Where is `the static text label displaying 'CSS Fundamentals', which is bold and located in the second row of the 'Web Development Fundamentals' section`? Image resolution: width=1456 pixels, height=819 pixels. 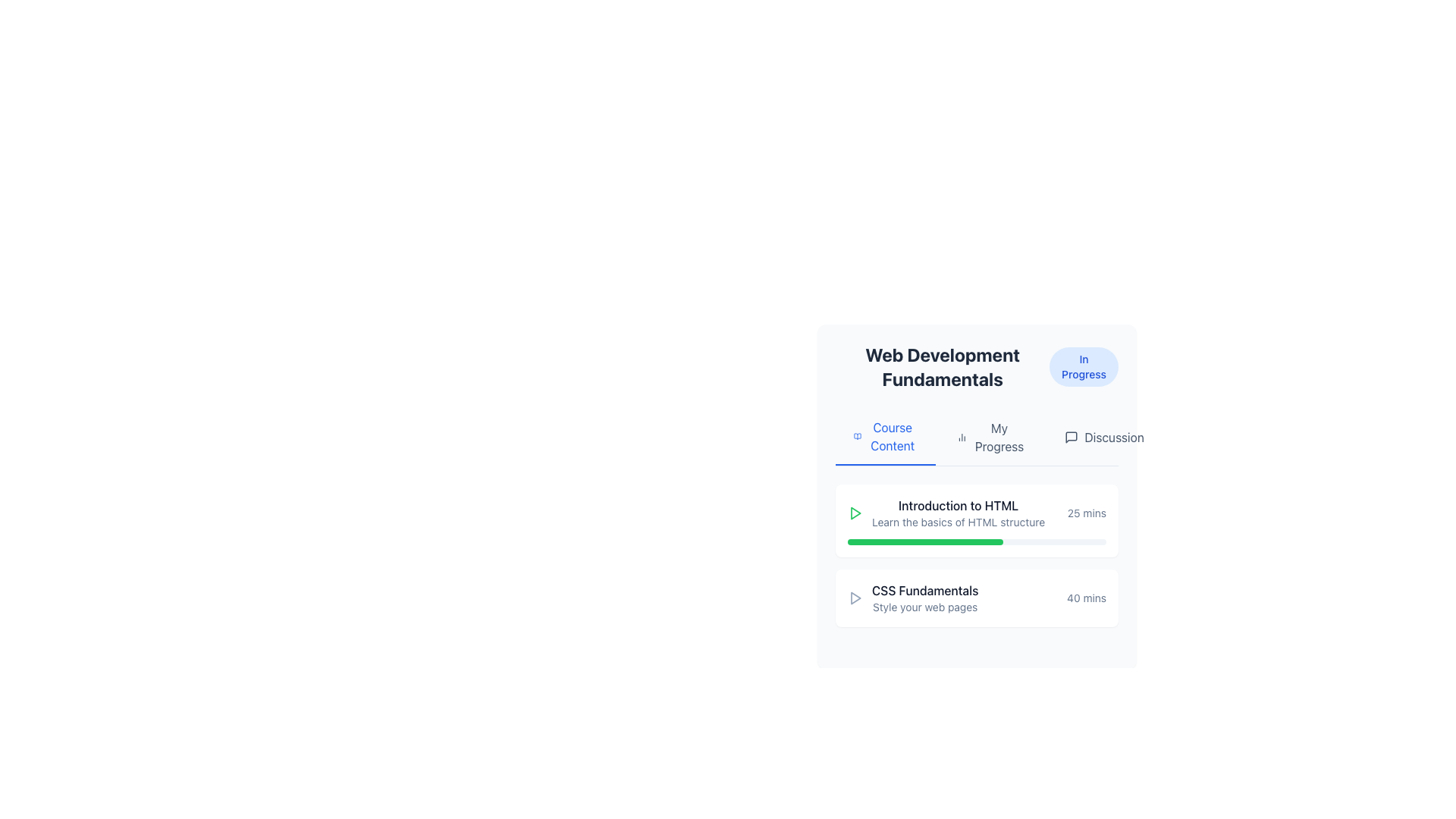
the static text label displaying 'CSS Fundamentals', which is bold and located in the second row of the 'Web Development Fundamentals' section is located at coordinates (924, 590).